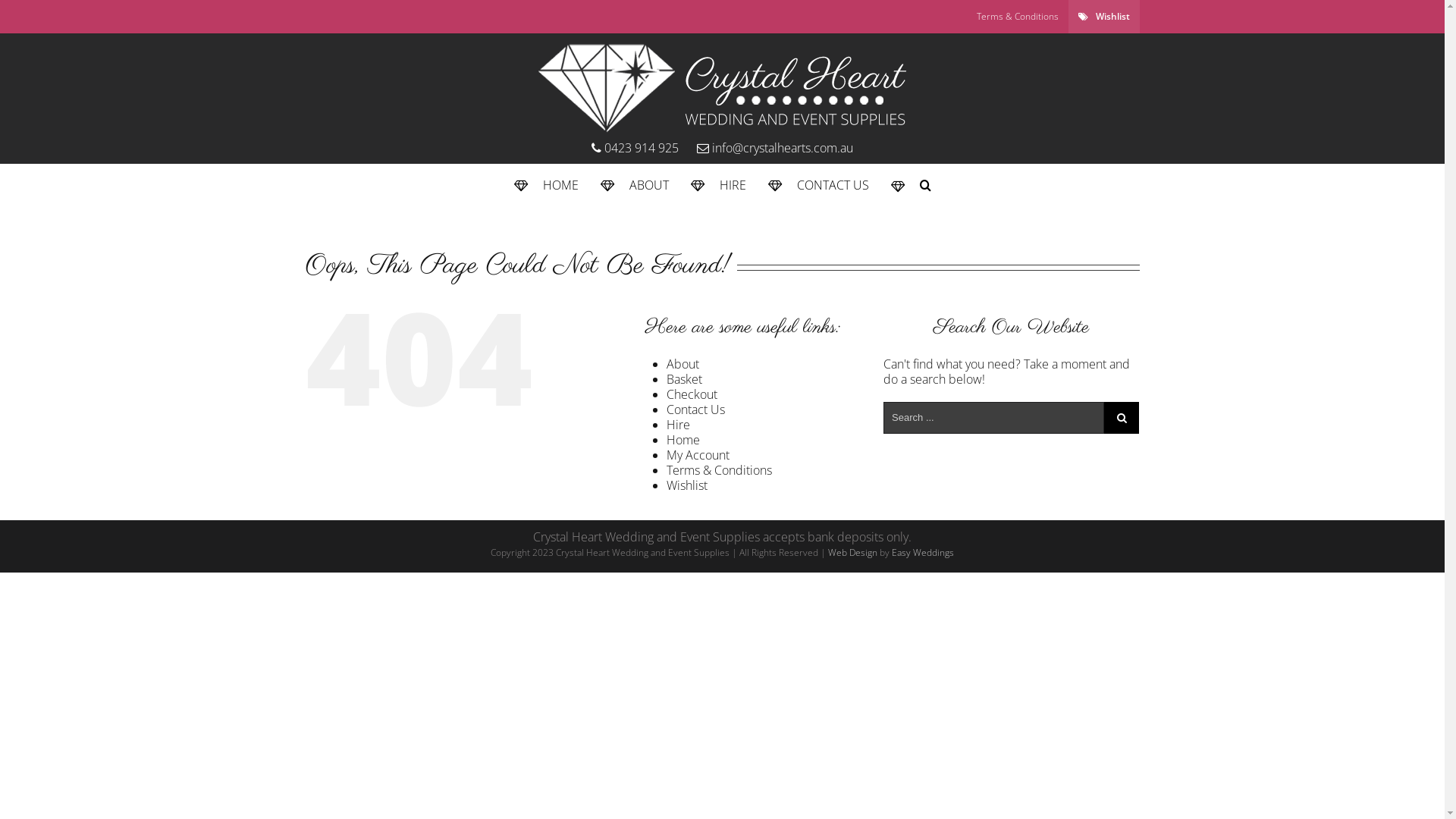  Describe the element at coordinates (717, 184) in the screenshot. I see `'HIRE'` at that location.